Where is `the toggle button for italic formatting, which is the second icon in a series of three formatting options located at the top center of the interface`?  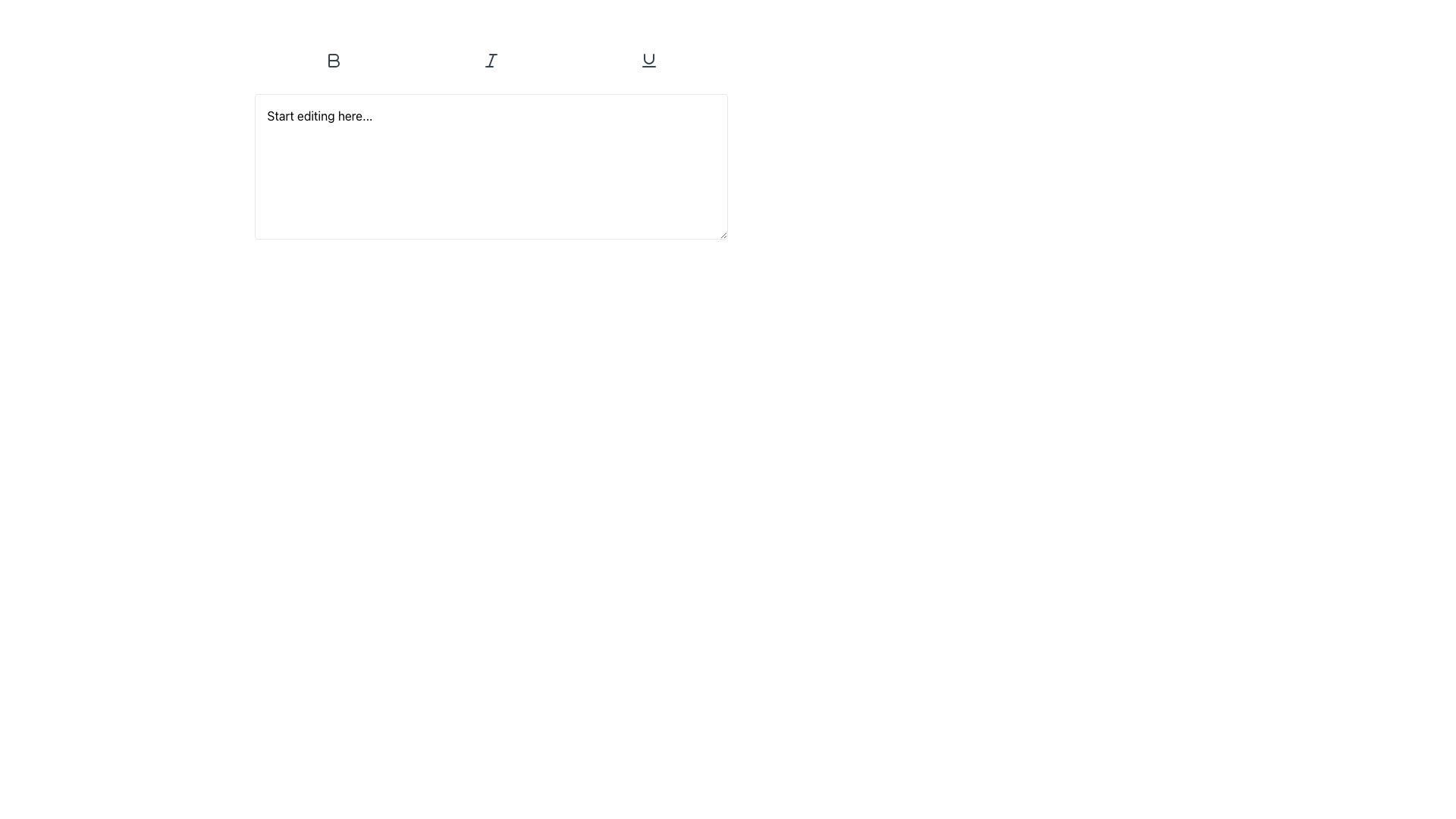 the toggle button for italic formatting, which is the second icon in a series of three formatting options located at the top center of the interface is located at coordinates (491, 60).